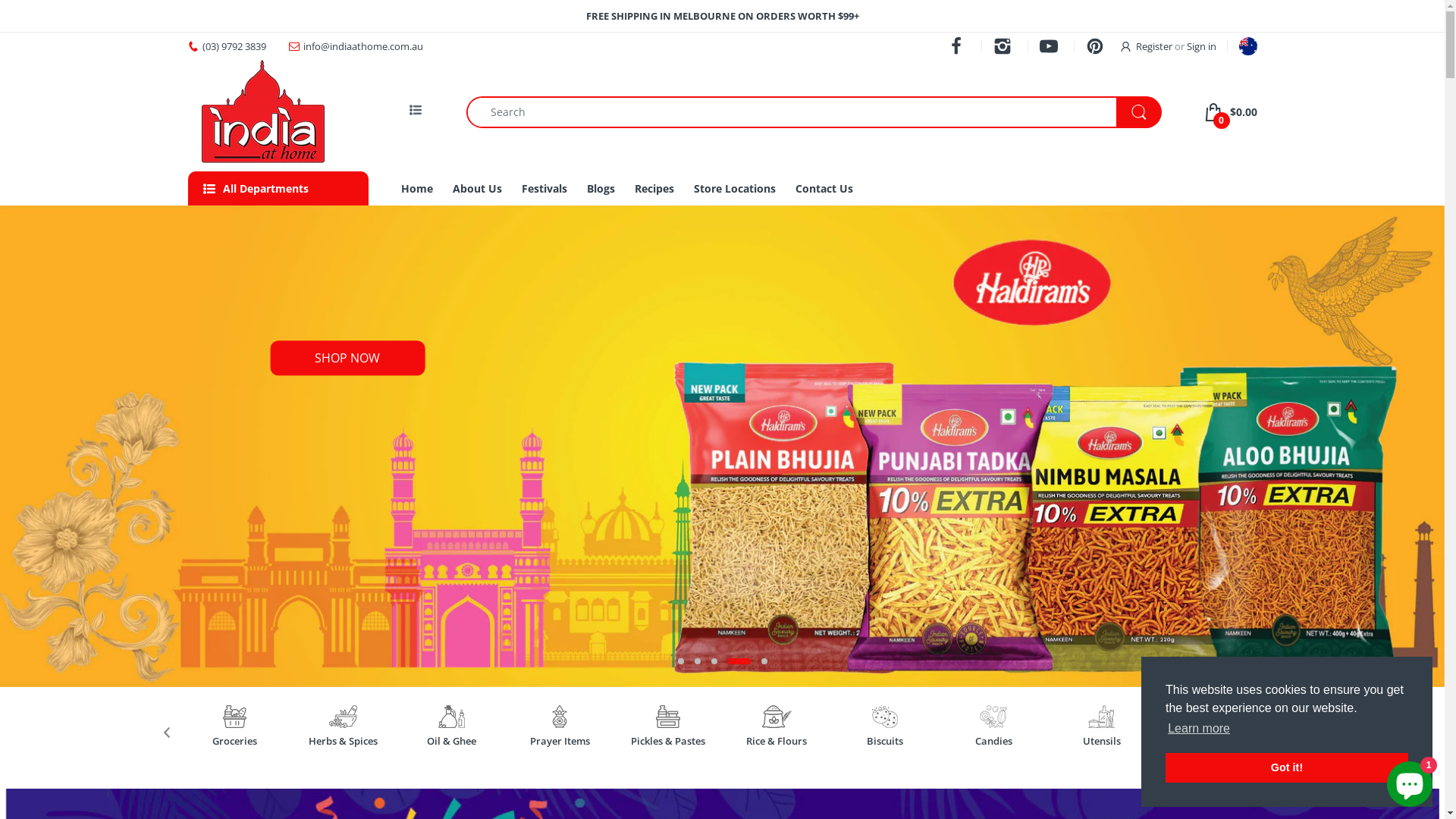 The image size is (1456, 819). What do you see at coordinates (233, 740) in the screenshot?
I see `'Groceries'` at bounding box center [233, 740].